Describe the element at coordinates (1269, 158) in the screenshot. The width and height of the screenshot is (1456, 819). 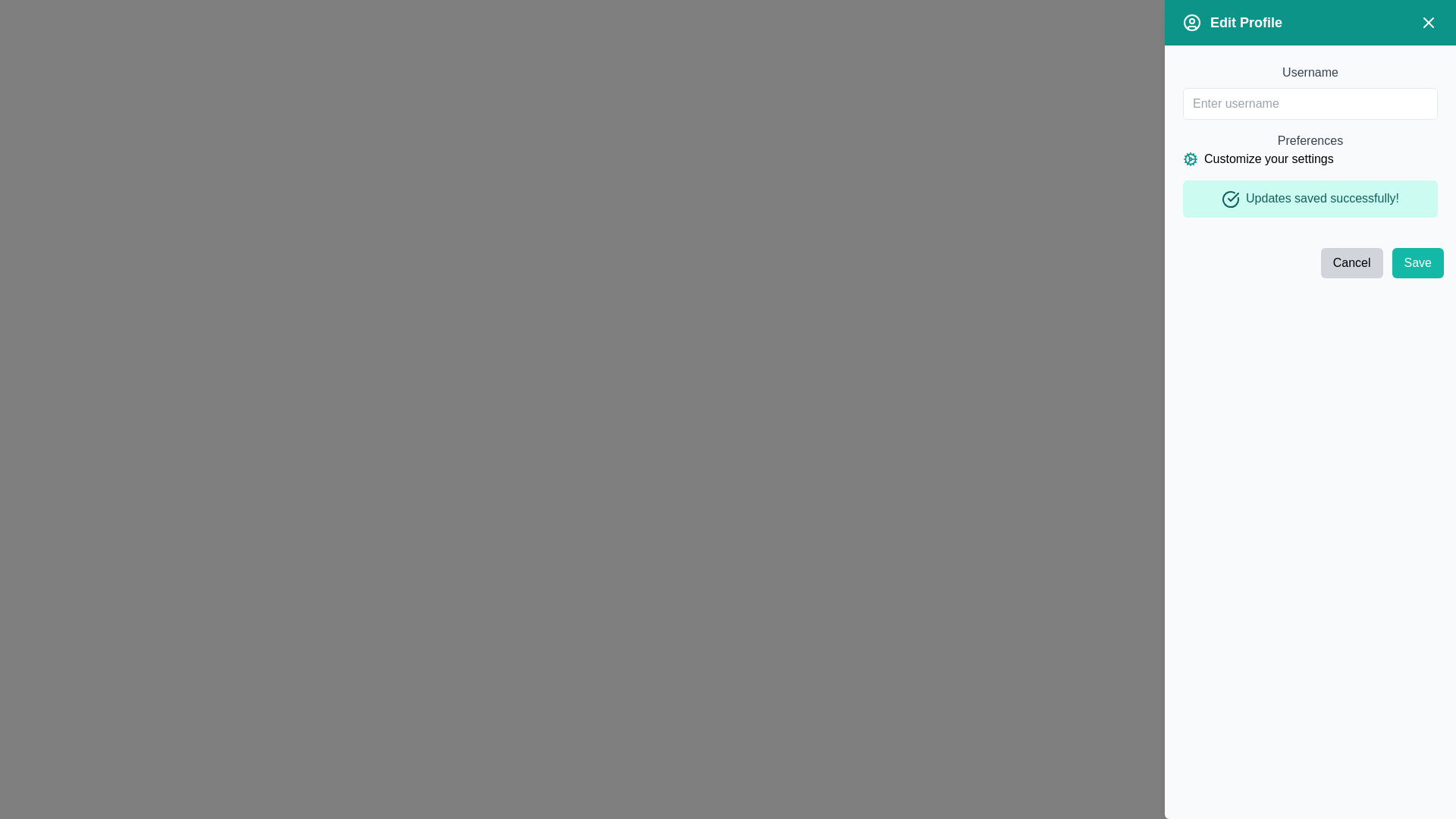
I see `the text label reading 'Customize your settings' located in the 'Preferences' section next to the cogwheel icon in the 'Edit Profile' modal` at that location.